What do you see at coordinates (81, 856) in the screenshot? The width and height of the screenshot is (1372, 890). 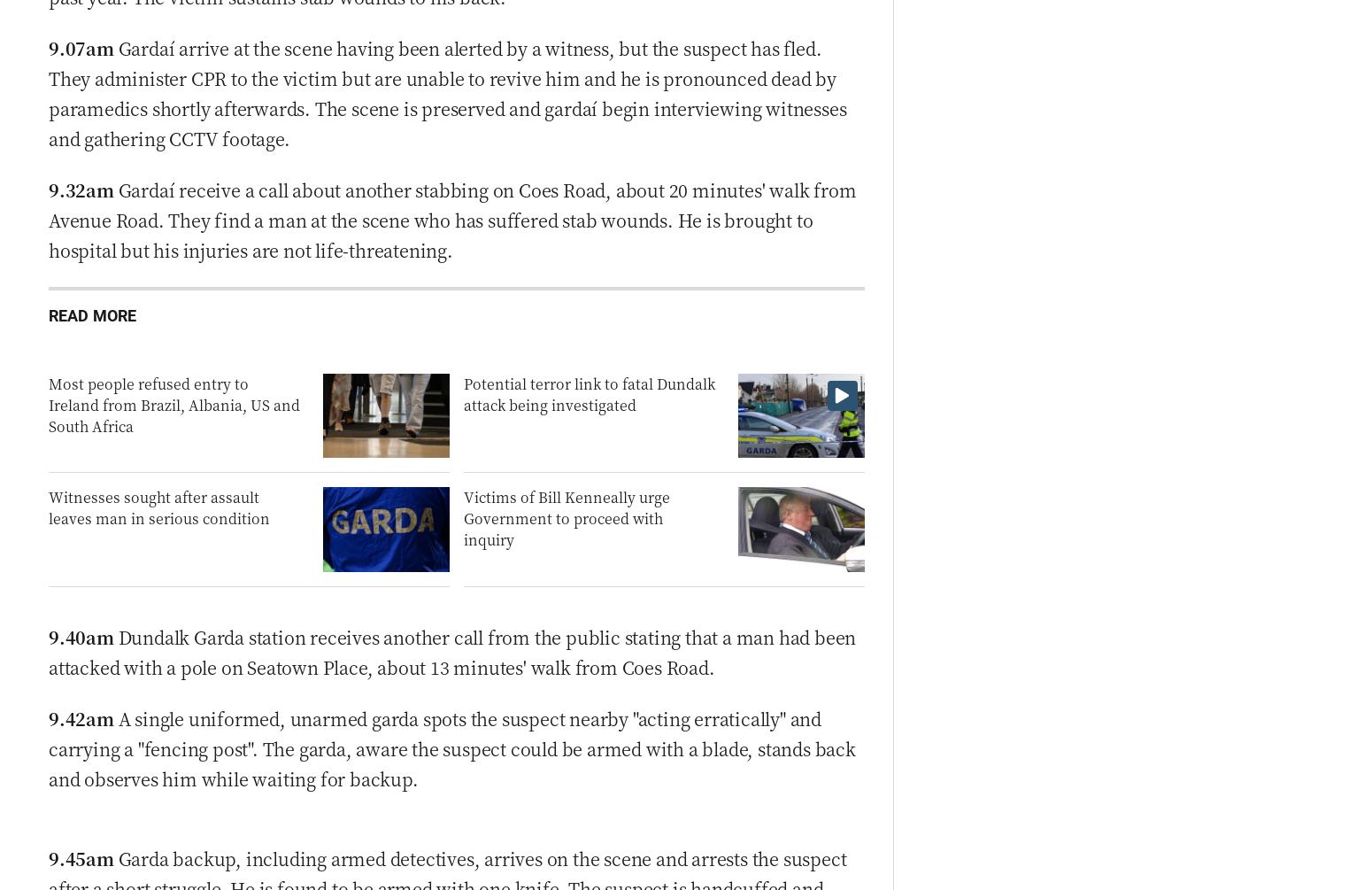 I see `'9.45am'` at bounding box center [81, 856].